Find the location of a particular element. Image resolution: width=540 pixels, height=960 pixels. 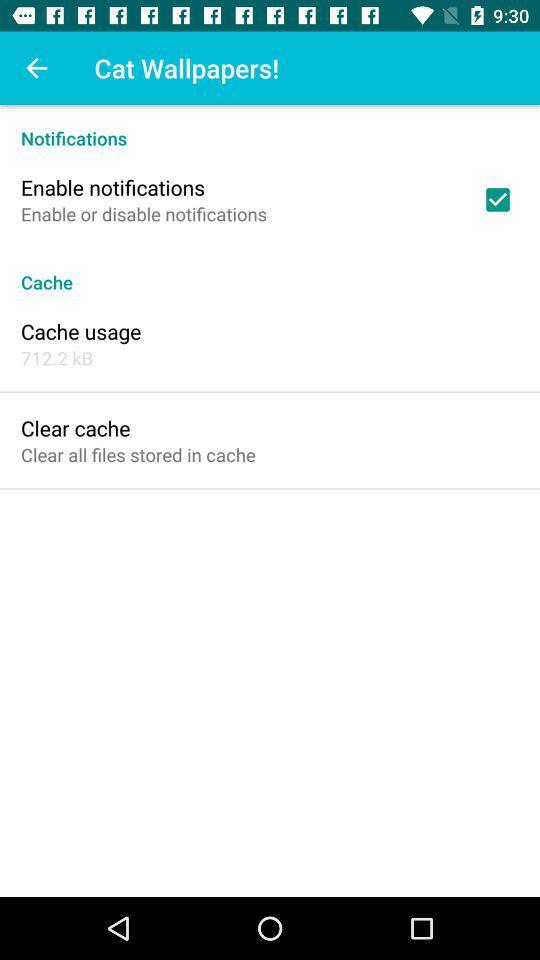

the item below the cache icon is located at coordinates (80, 331).